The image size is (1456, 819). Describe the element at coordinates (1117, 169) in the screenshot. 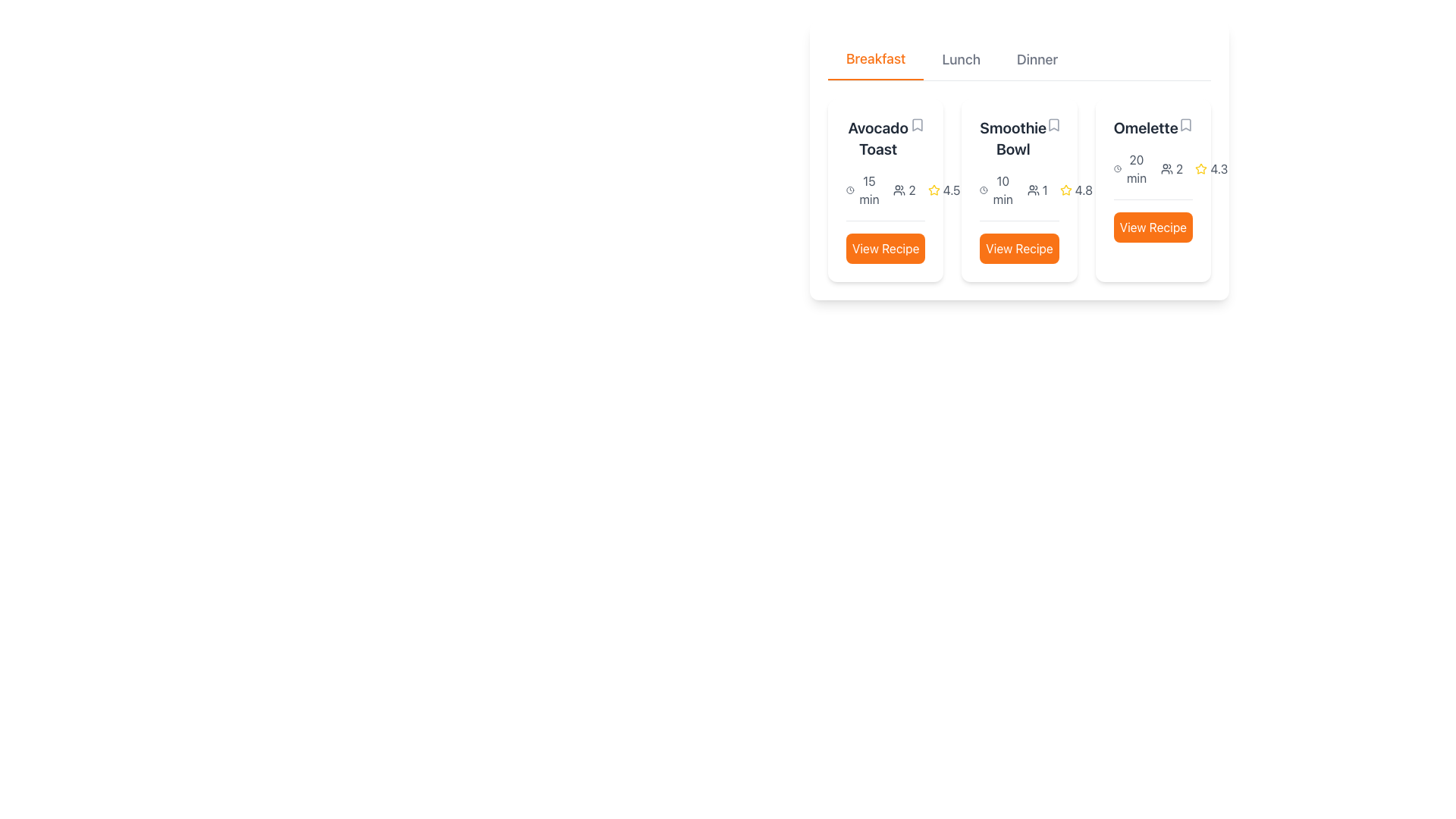

I see `the clock icon located to the left of the text '20 min' in the third card under the 'Breakfast' tab` at that location.